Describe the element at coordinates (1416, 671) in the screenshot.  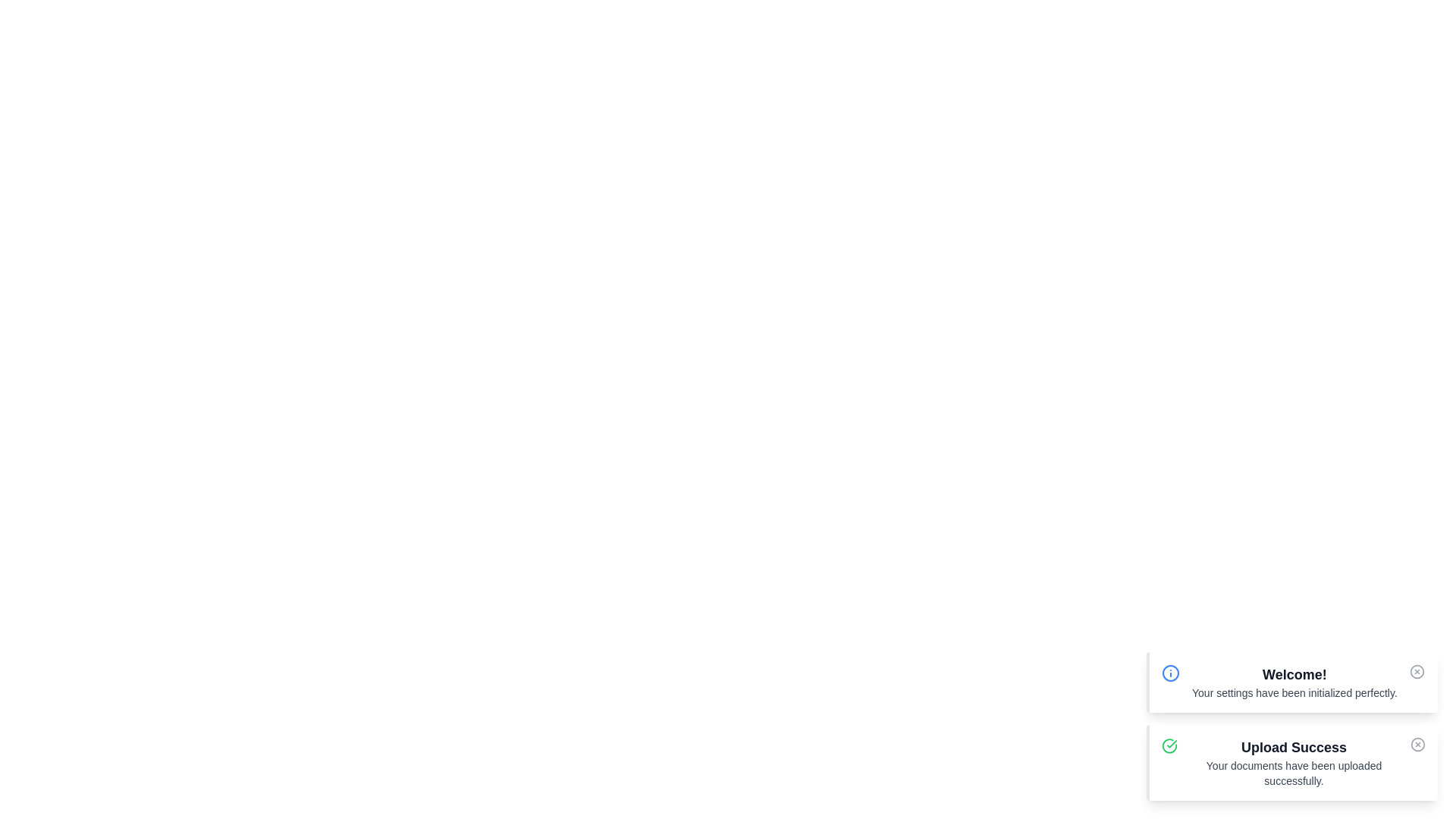
I see `the close button of the notification to dismiss it` at that location.